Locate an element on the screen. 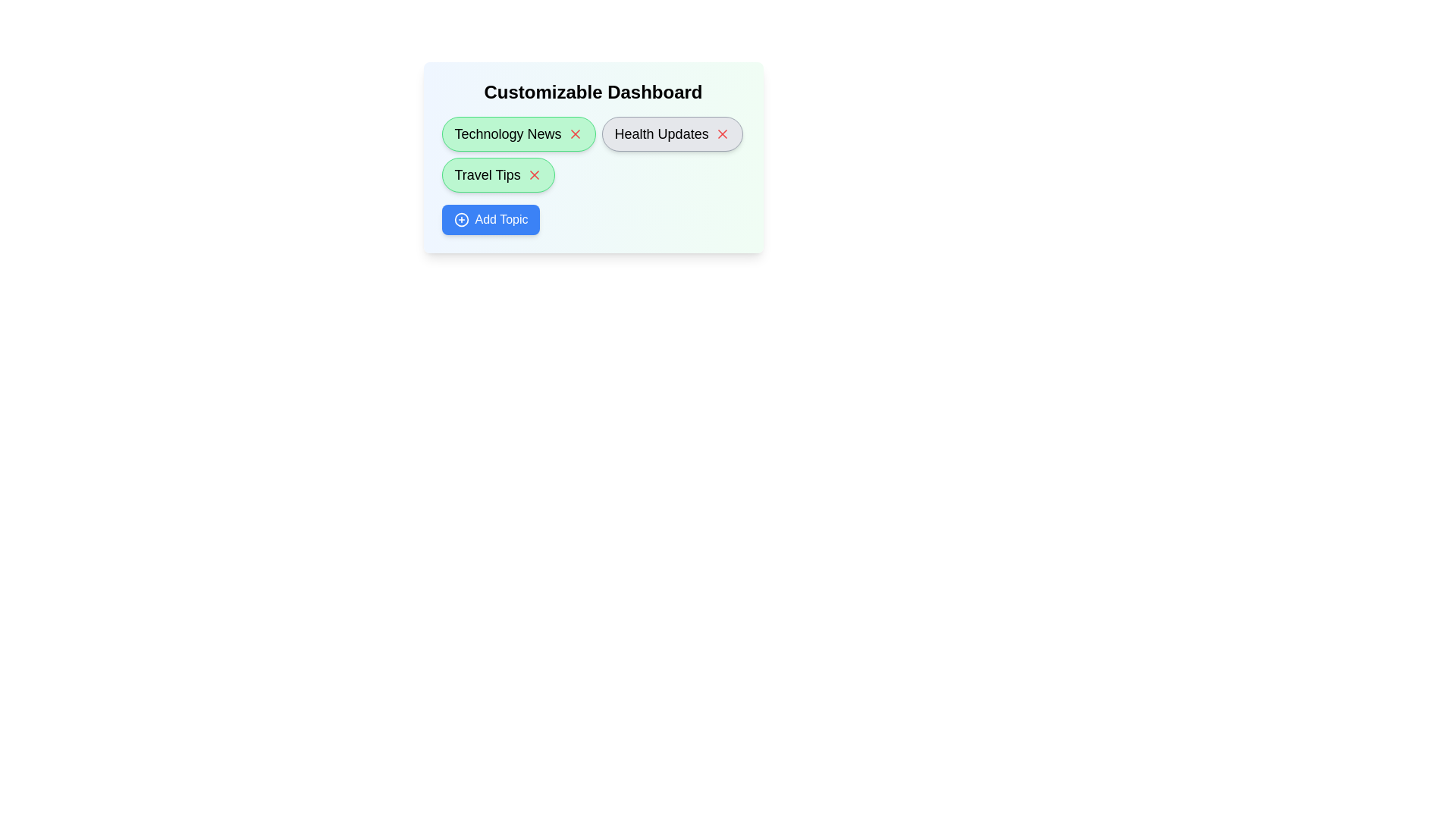  the 'X' button next to the topic named Travel Tips to remove it is located at coordinates (534, 174).